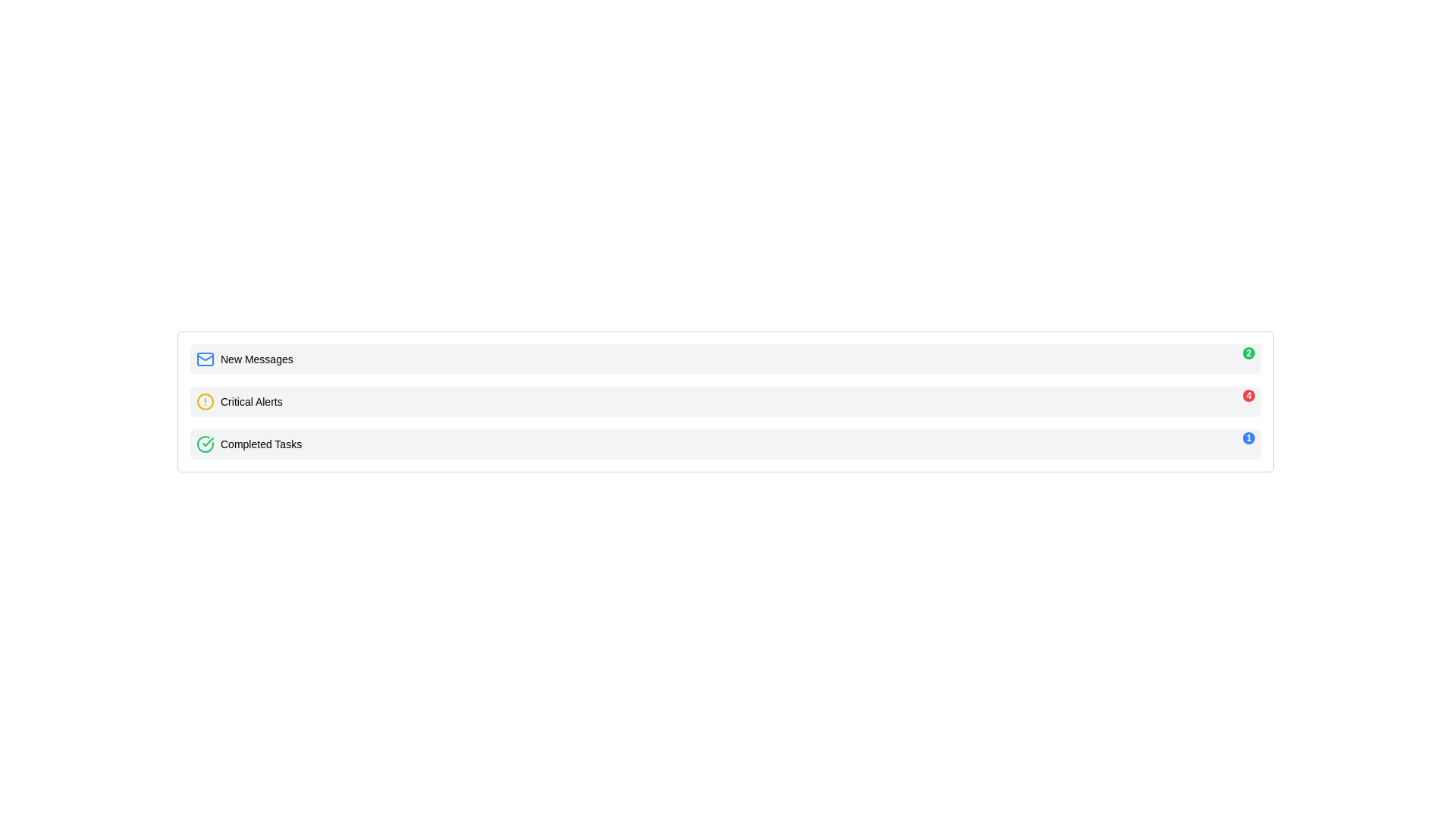 This screenshot has height=819, width=1456. Describe the element at coordinates (1248, 439) in the screenshot. I see `the notification badge displaying the number '1' located at the top-right corner of the 'Completed Tasks' panel` at that location.